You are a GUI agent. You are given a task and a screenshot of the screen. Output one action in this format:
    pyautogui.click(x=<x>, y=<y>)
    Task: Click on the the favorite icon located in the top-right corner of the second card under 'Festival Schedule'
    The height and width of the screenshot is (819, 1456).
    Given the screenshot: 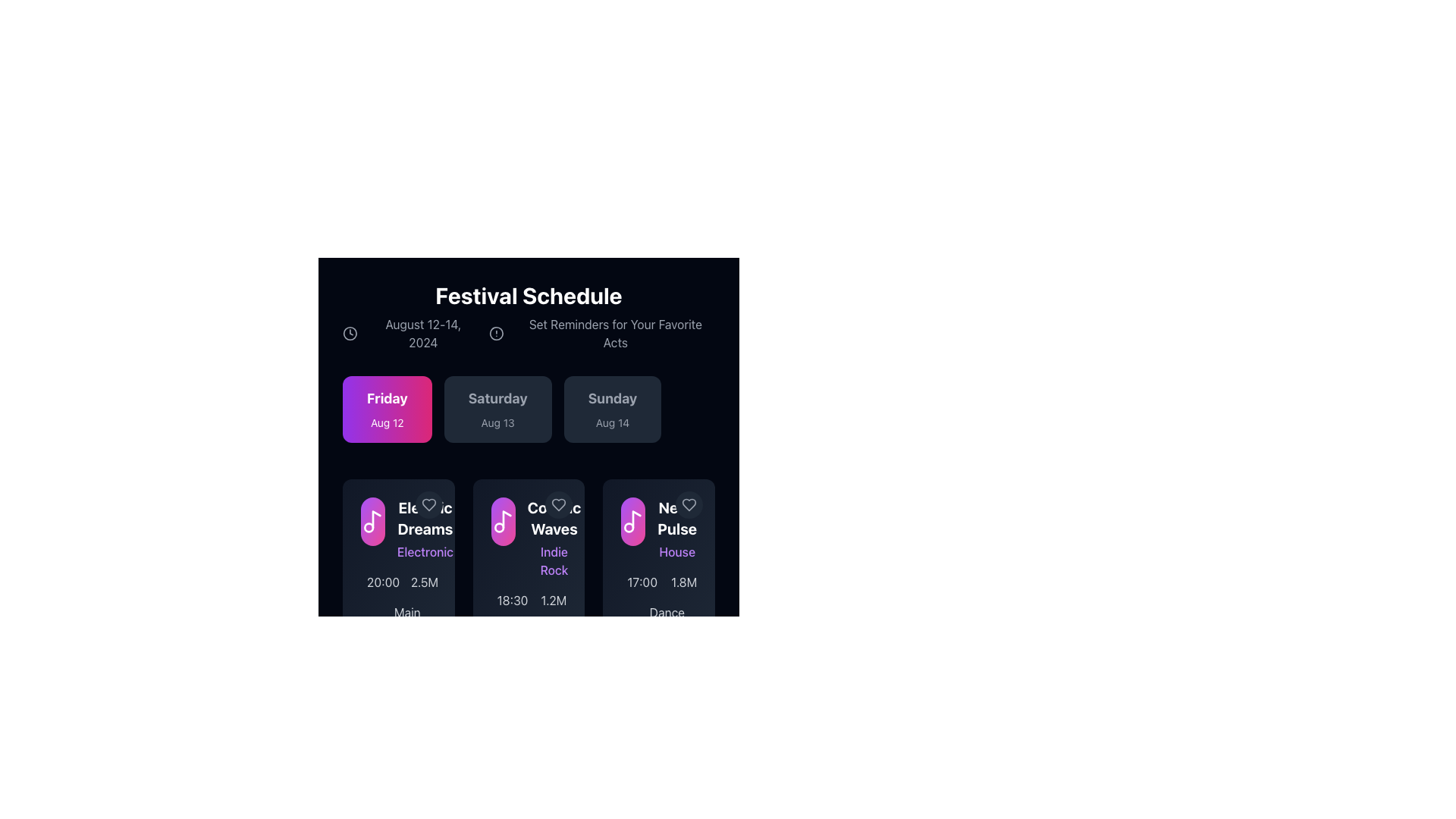 What is the action you would take?
    pyautogui.click(x=688, y=505)
    